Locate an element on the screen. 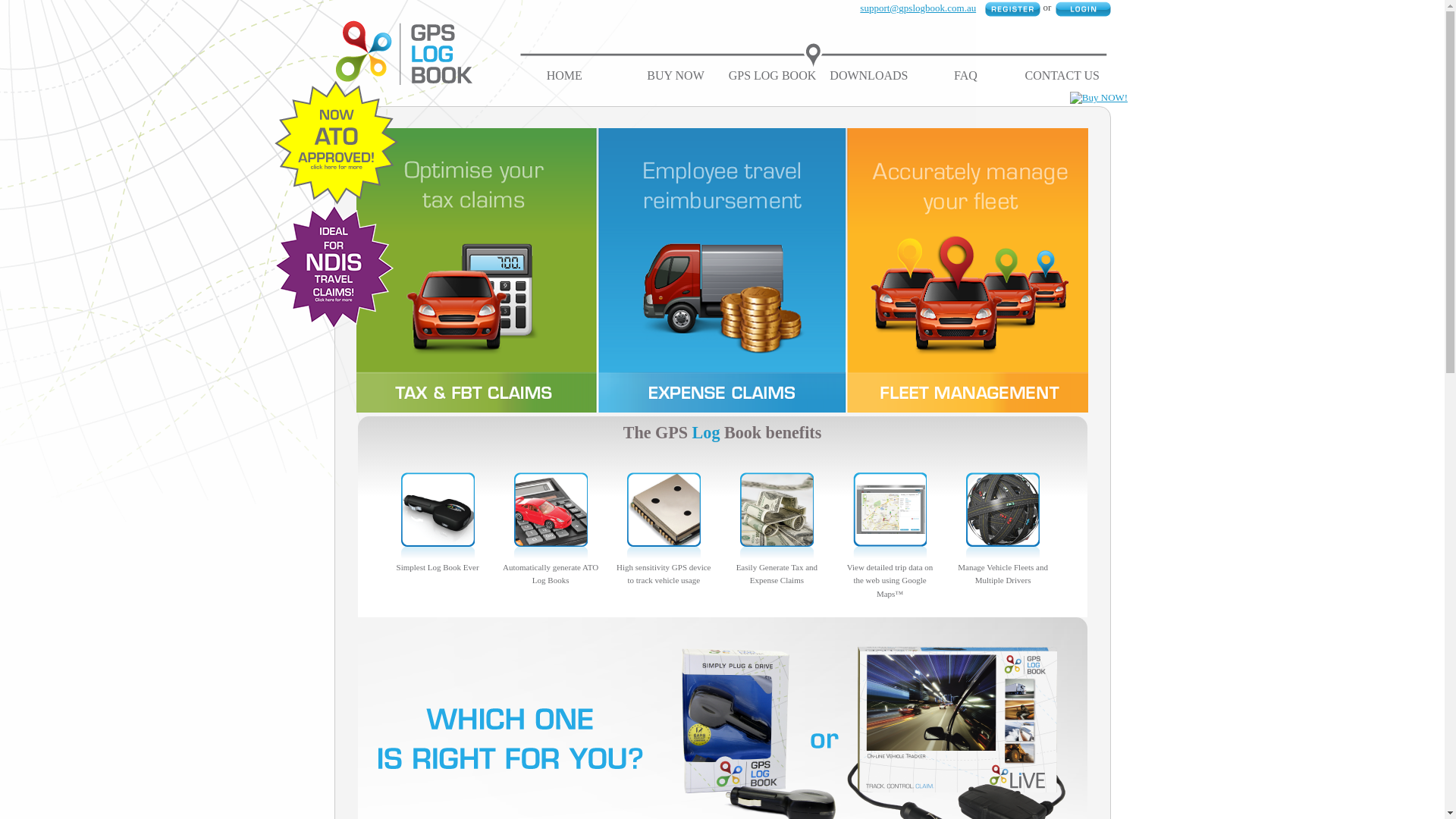  'FAQ' is located at coordinates (965, 75).